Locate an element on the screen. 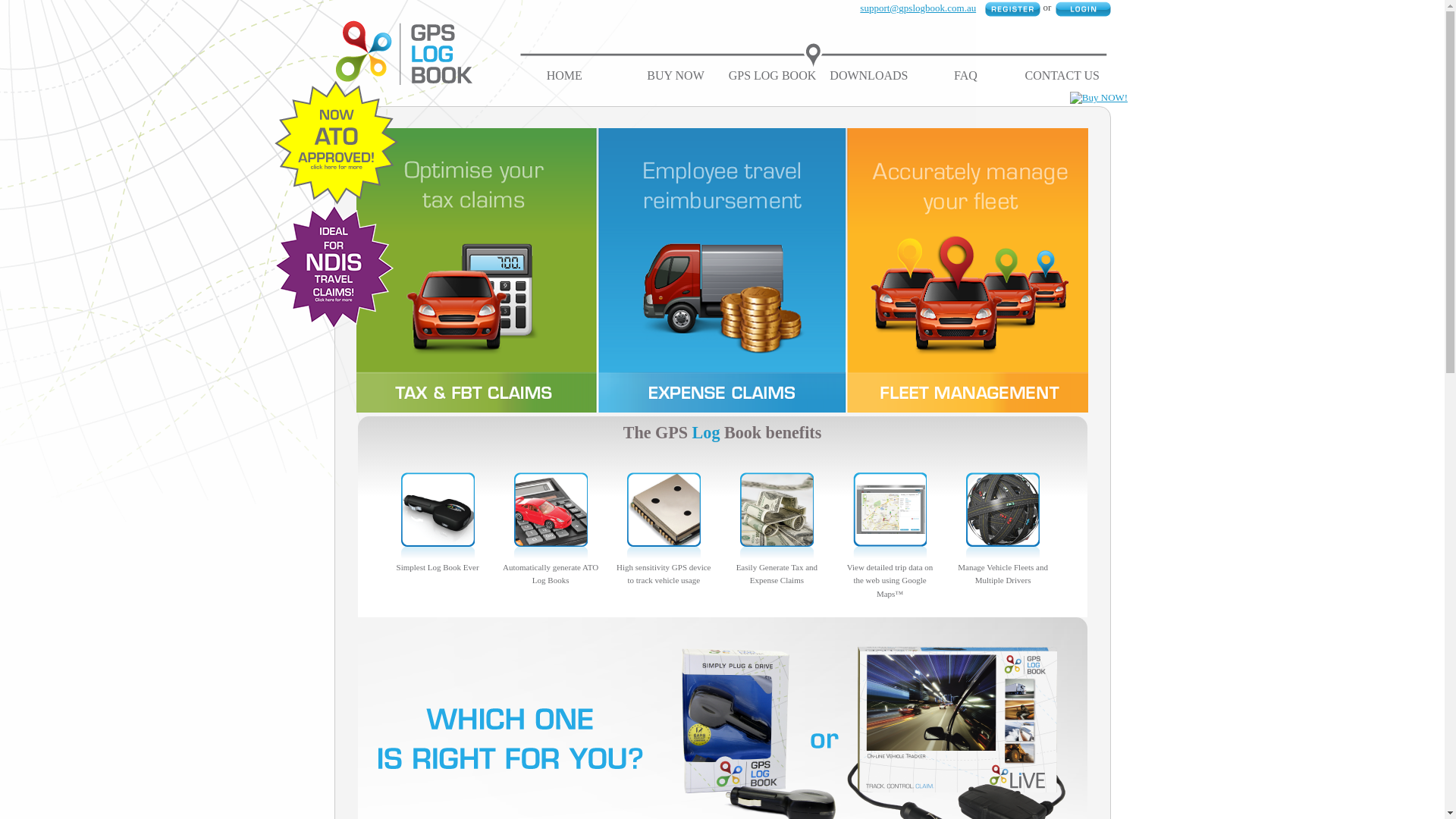  'FAQ' is located at coordinates (965, 75).